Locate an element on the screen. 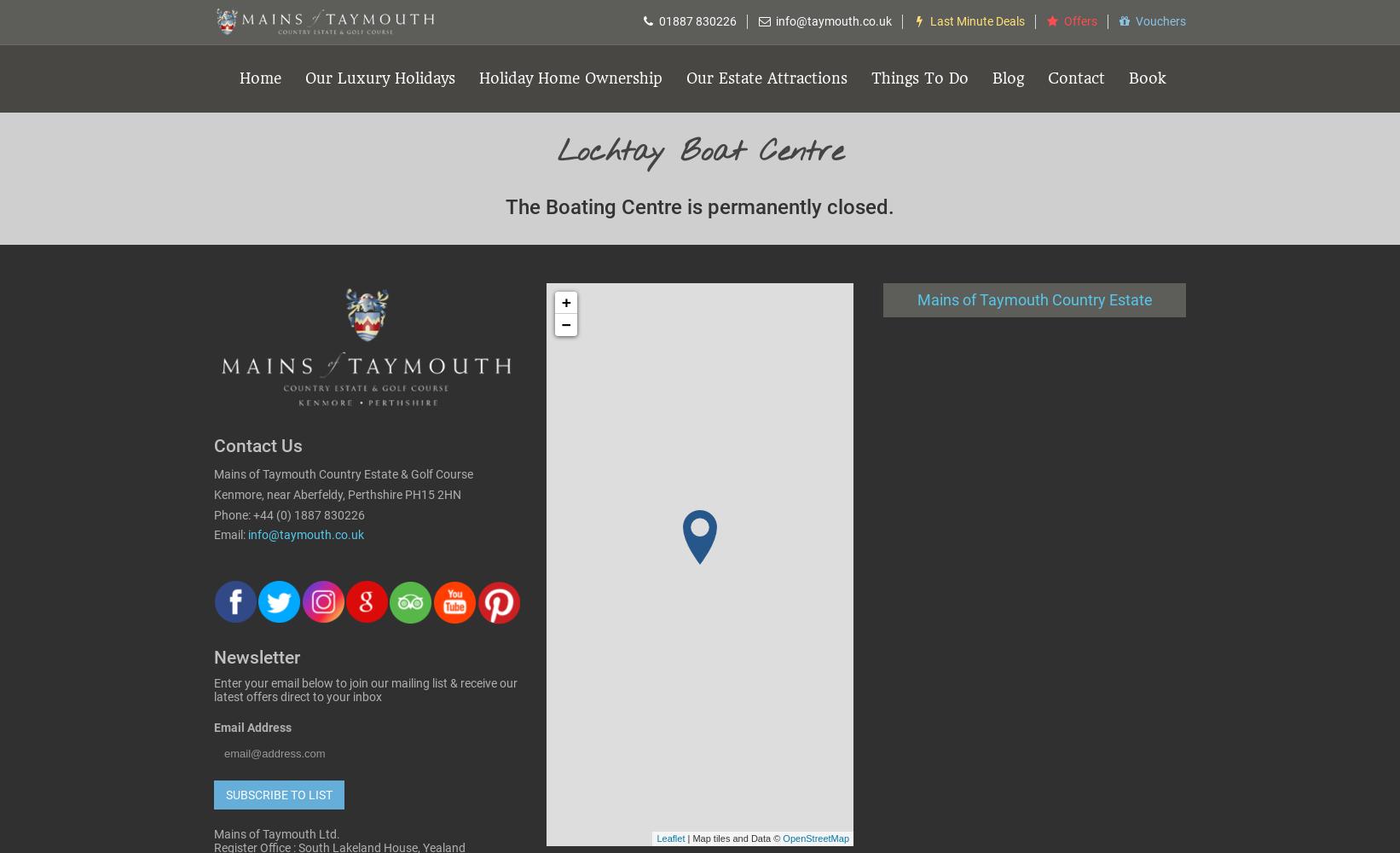 The height and width of the screenshot is (853, 1400). '+44 (0) 1887 830226' is located at coordinates (309, 514).